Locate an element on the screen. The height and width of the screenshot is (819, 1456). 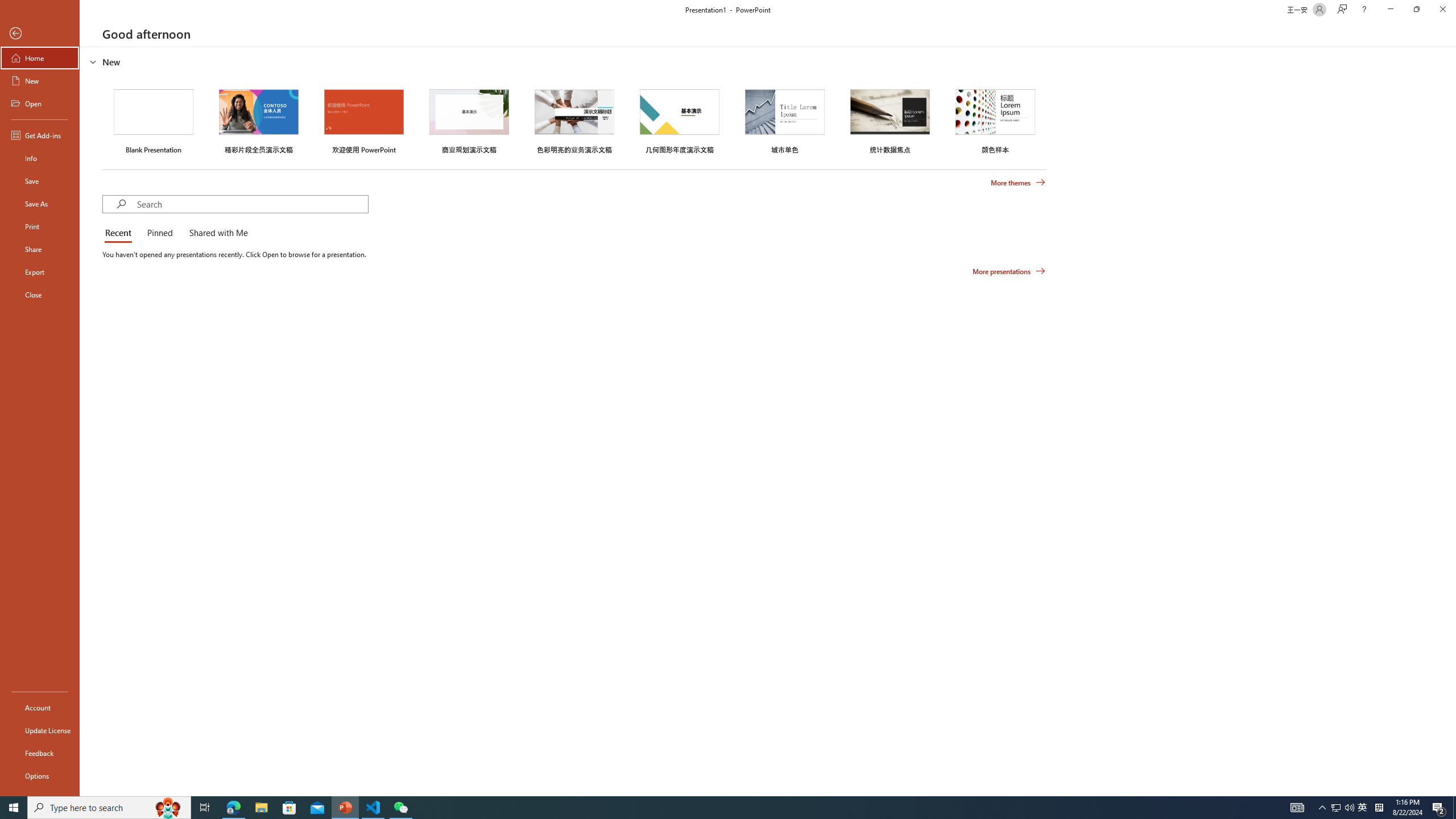
'Pinned' is located at coordinates (159, 233).